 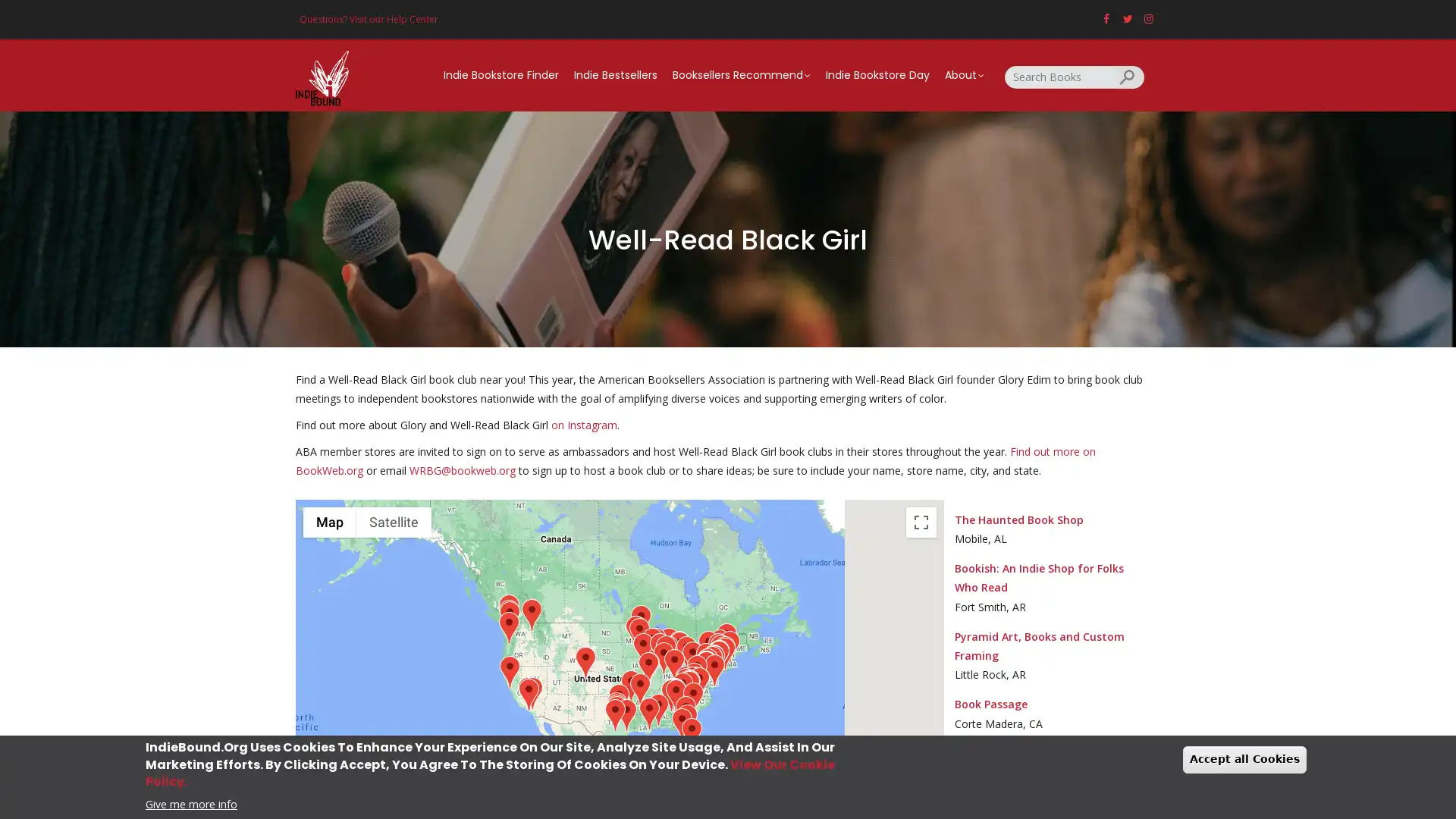 I want to click on Next Page Books, so click(x=642, y=648).